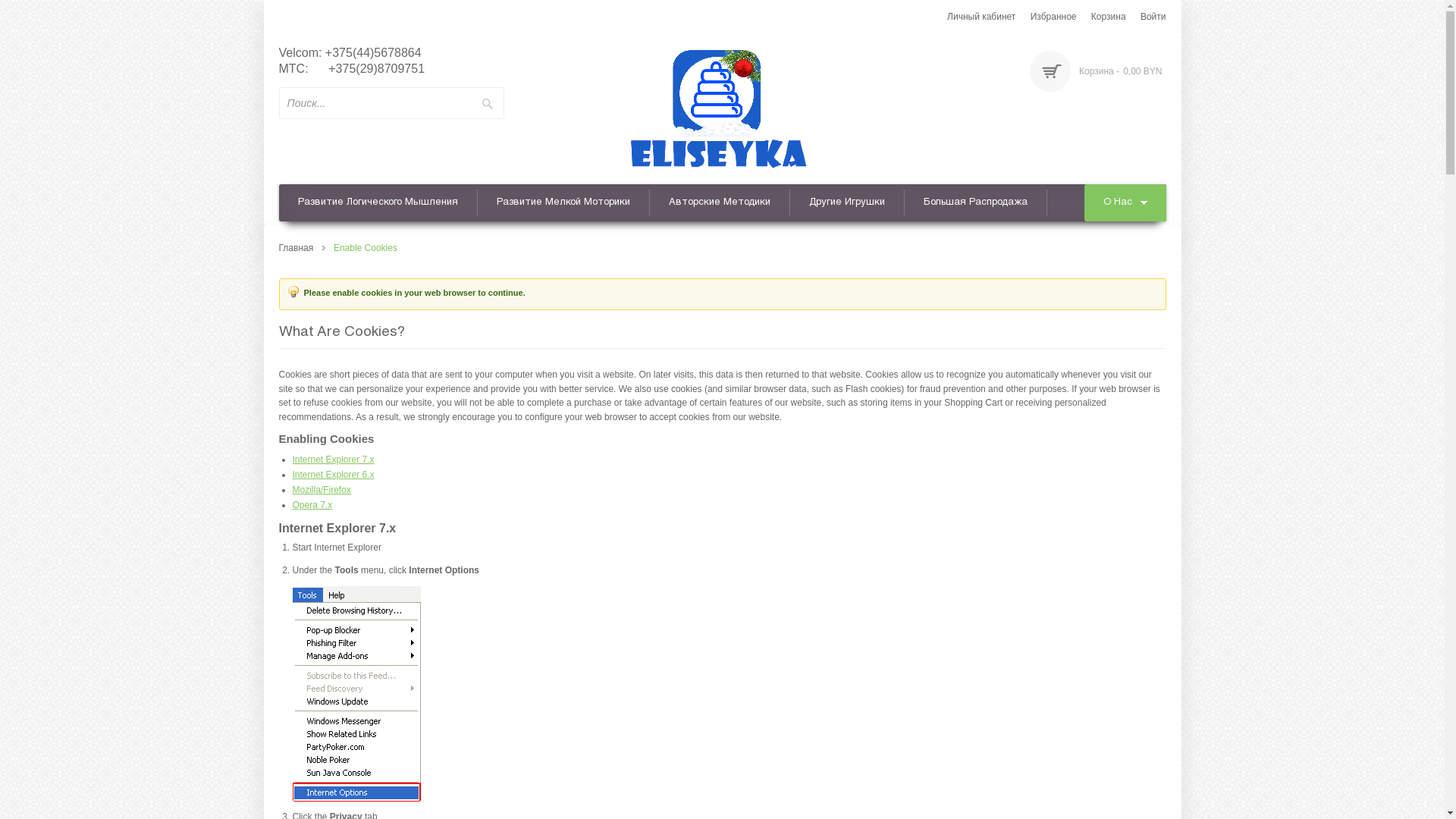 The width and height of the screenshot is (1456, 819). Describe the element at coordinates (333, 458) in the screenshot. I see `'Internet Explorer 7.x'` at that location.